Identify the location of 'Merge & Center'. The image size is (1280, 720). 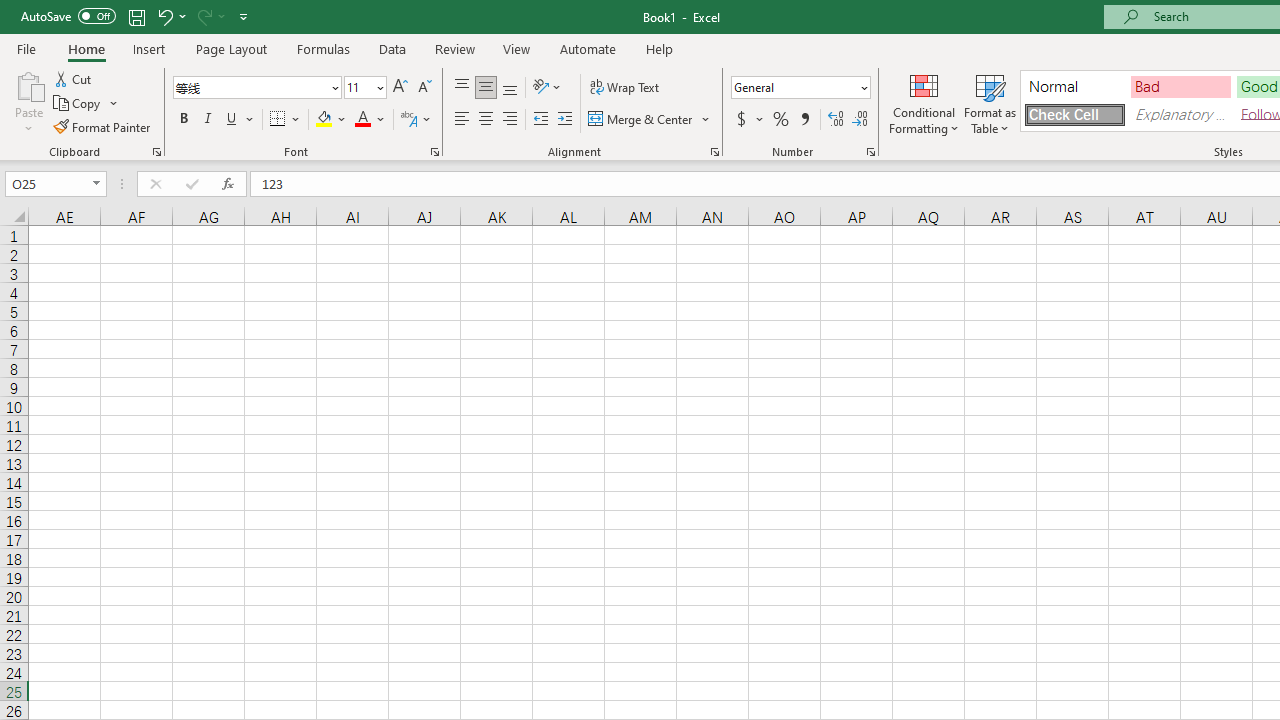
(641, 119).